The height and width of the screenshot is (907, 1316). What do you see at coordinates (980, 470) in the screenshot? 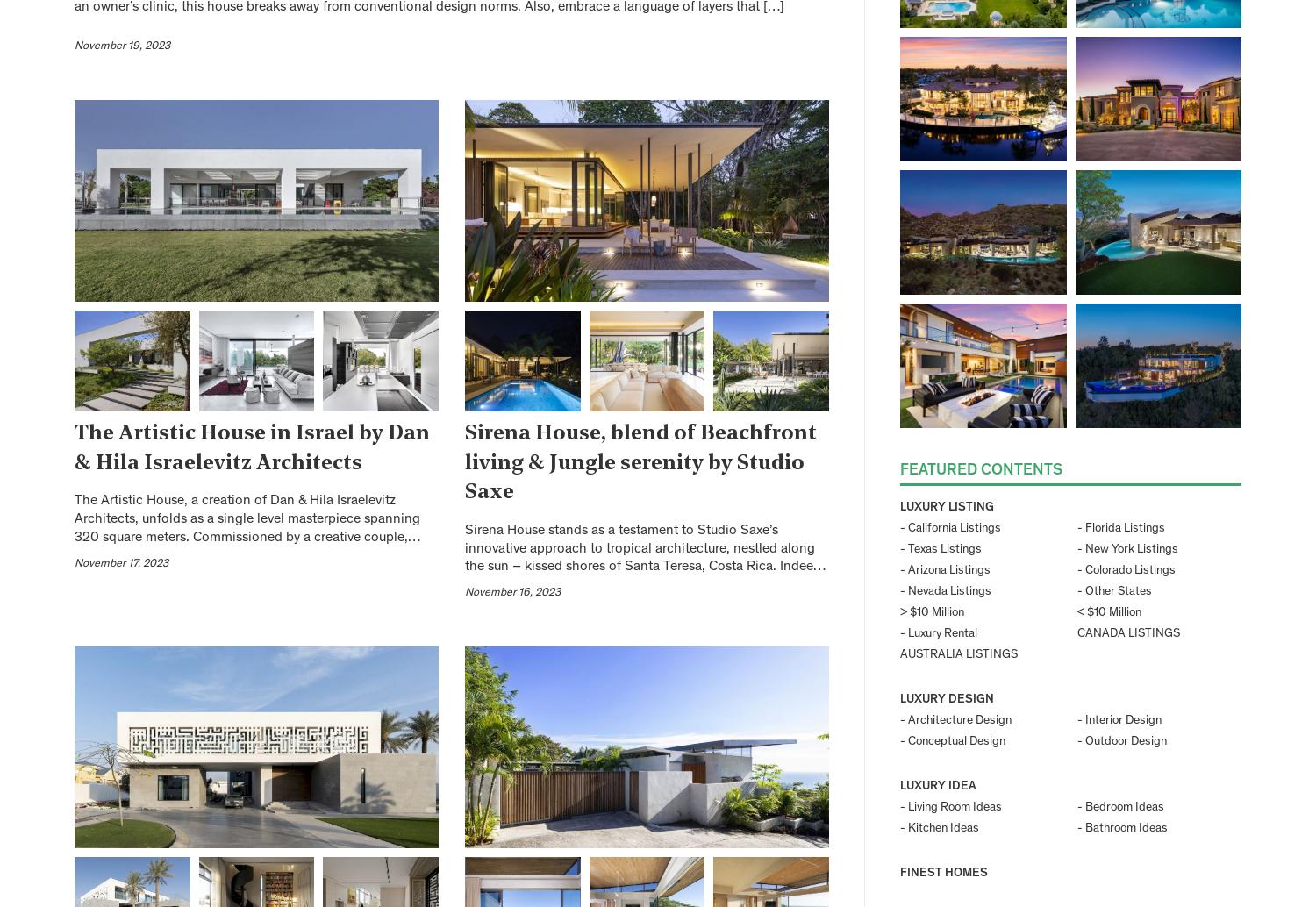
I see `'Featured Contents'` at bounding box center [980, 470].